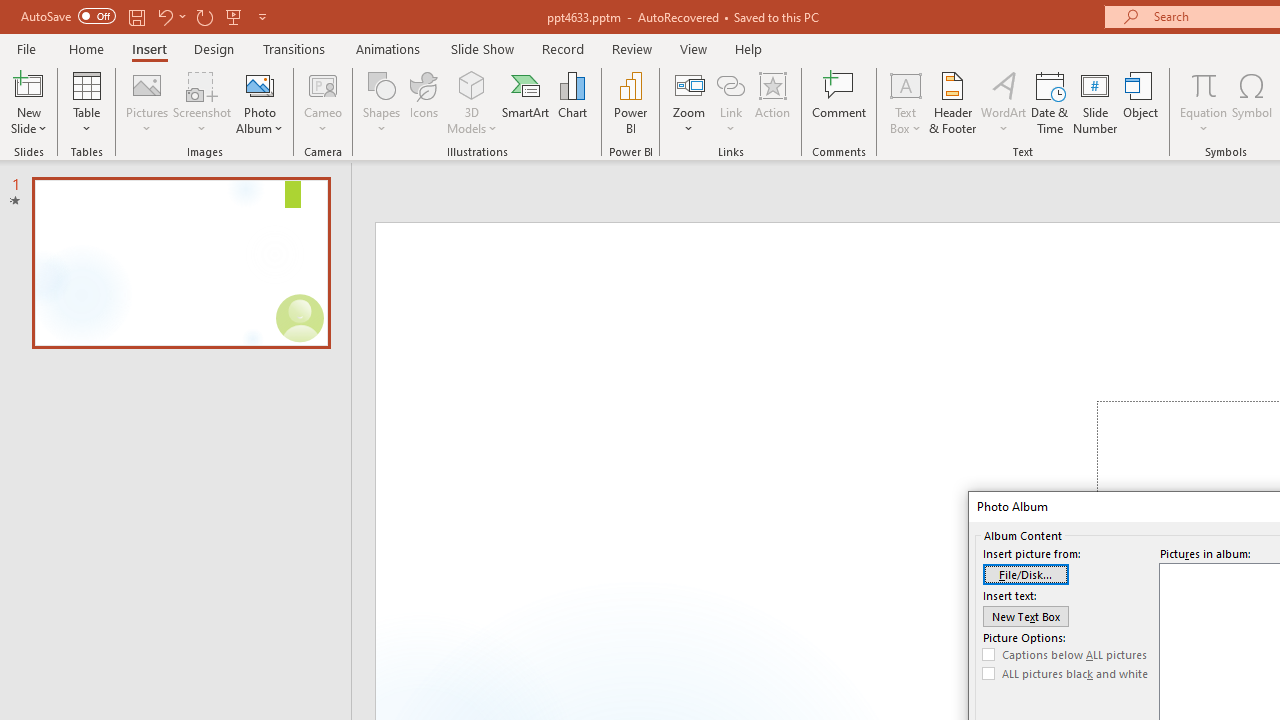 The image size is (1280, 720). What do you see at coordinates (258, 103) in the screenshot?
I see `'Photo Album...'` at bounding box center [258, 103].